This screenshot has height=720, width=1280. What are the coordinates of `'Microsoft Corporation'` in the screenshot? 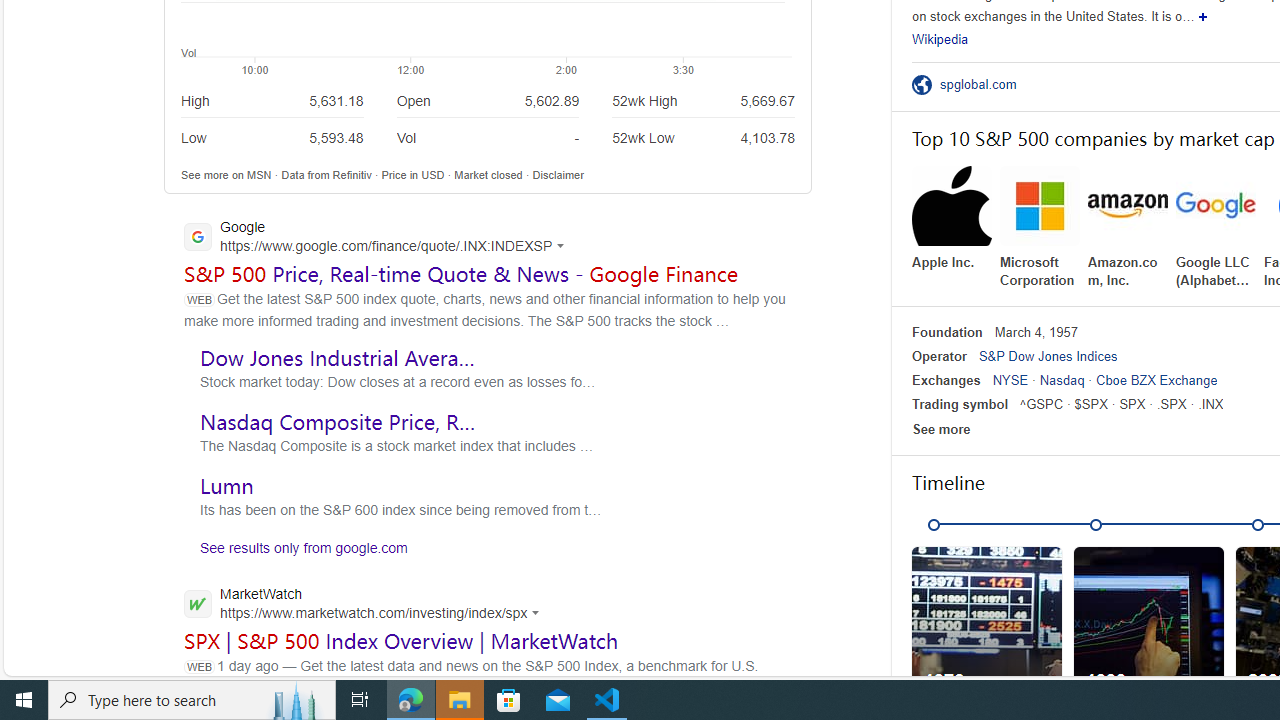 It's located at (1040, 227).